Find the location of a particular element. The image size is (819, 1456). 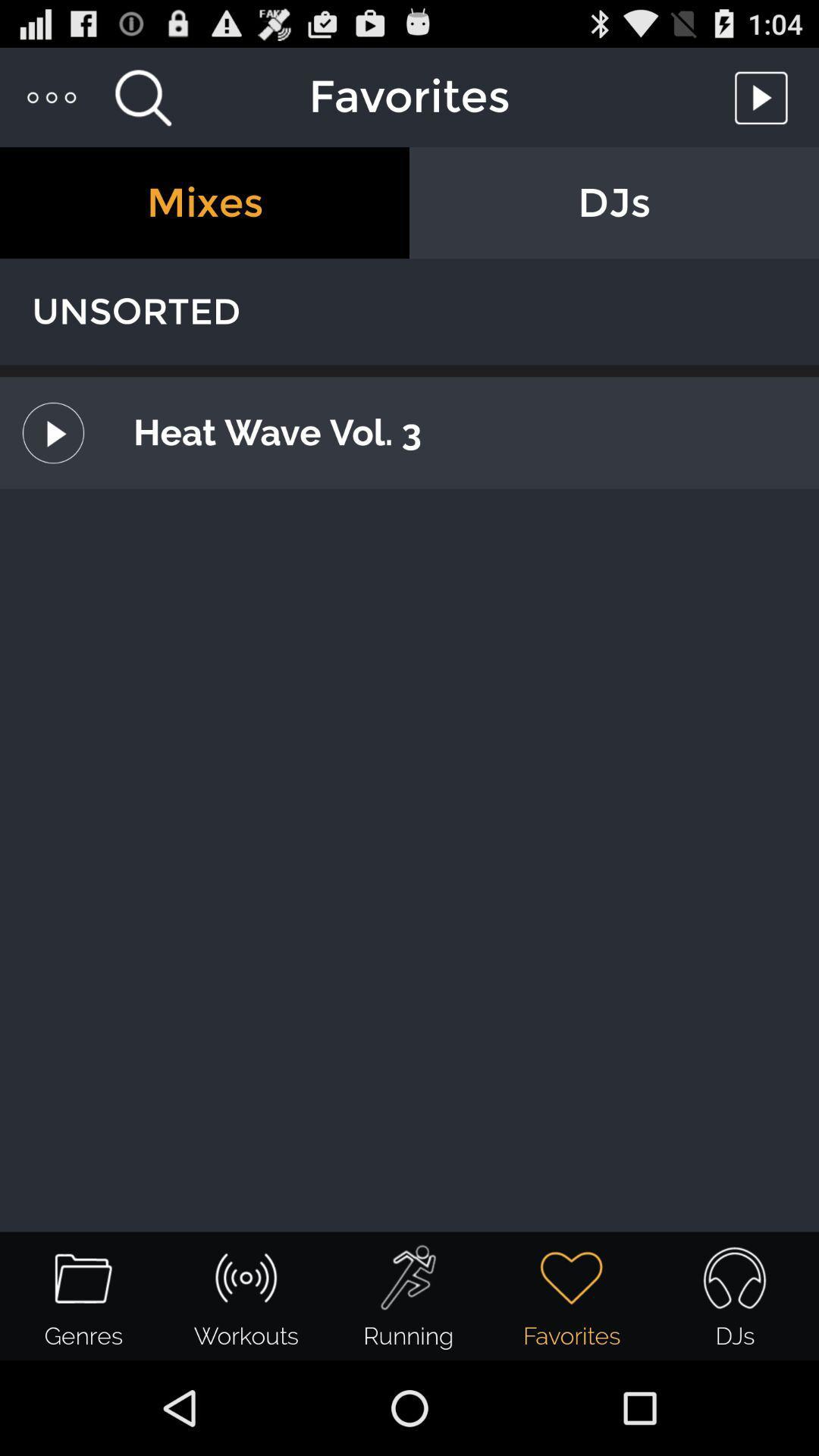

icon to the left of heat wave vol item is located at coordinates (52, 432).